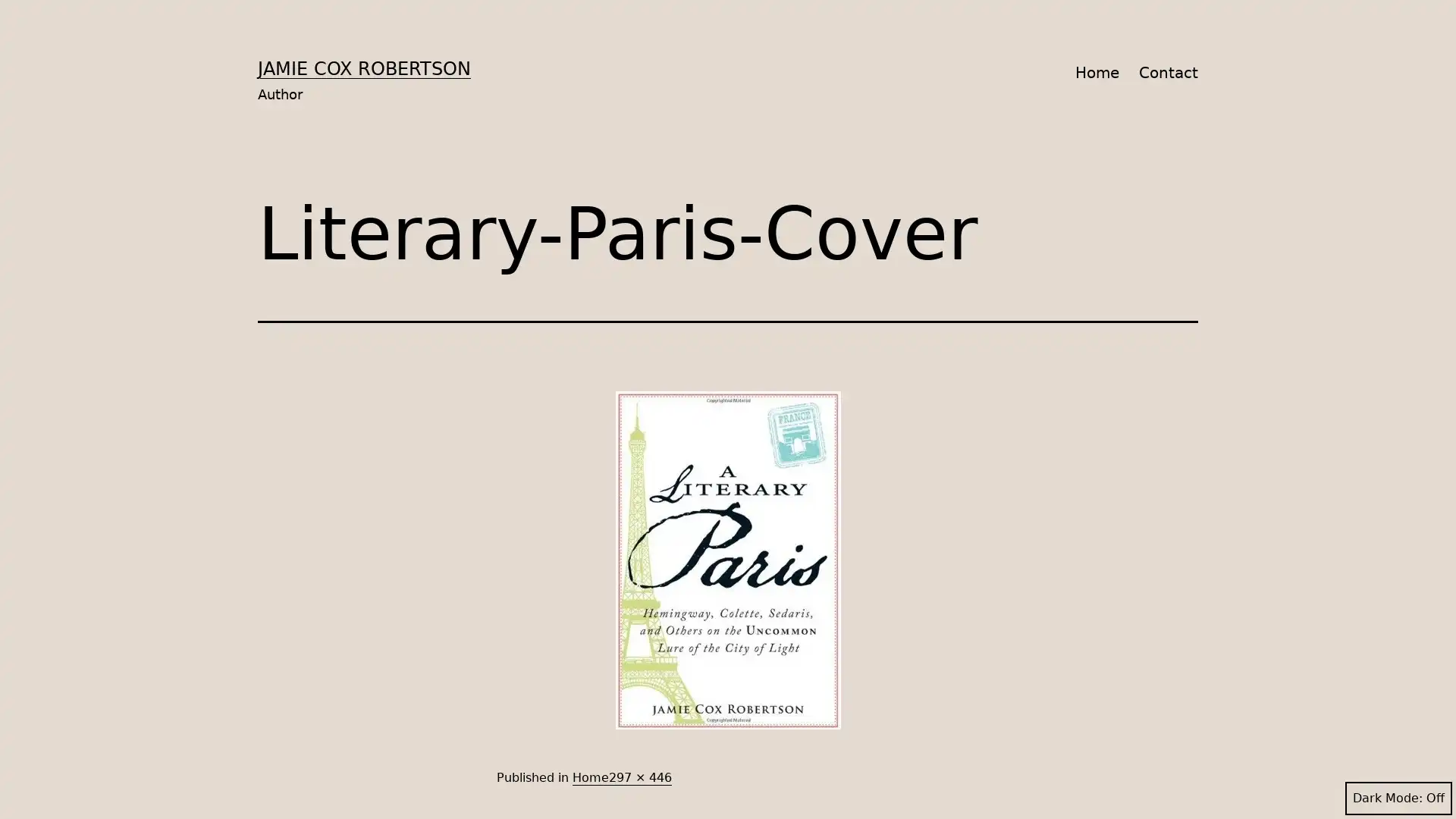 This screenshot has height=819, width=1456. Describe the element at coordinates (1398, 798) in the screenshot. I see `Dark Mode:` at that location.